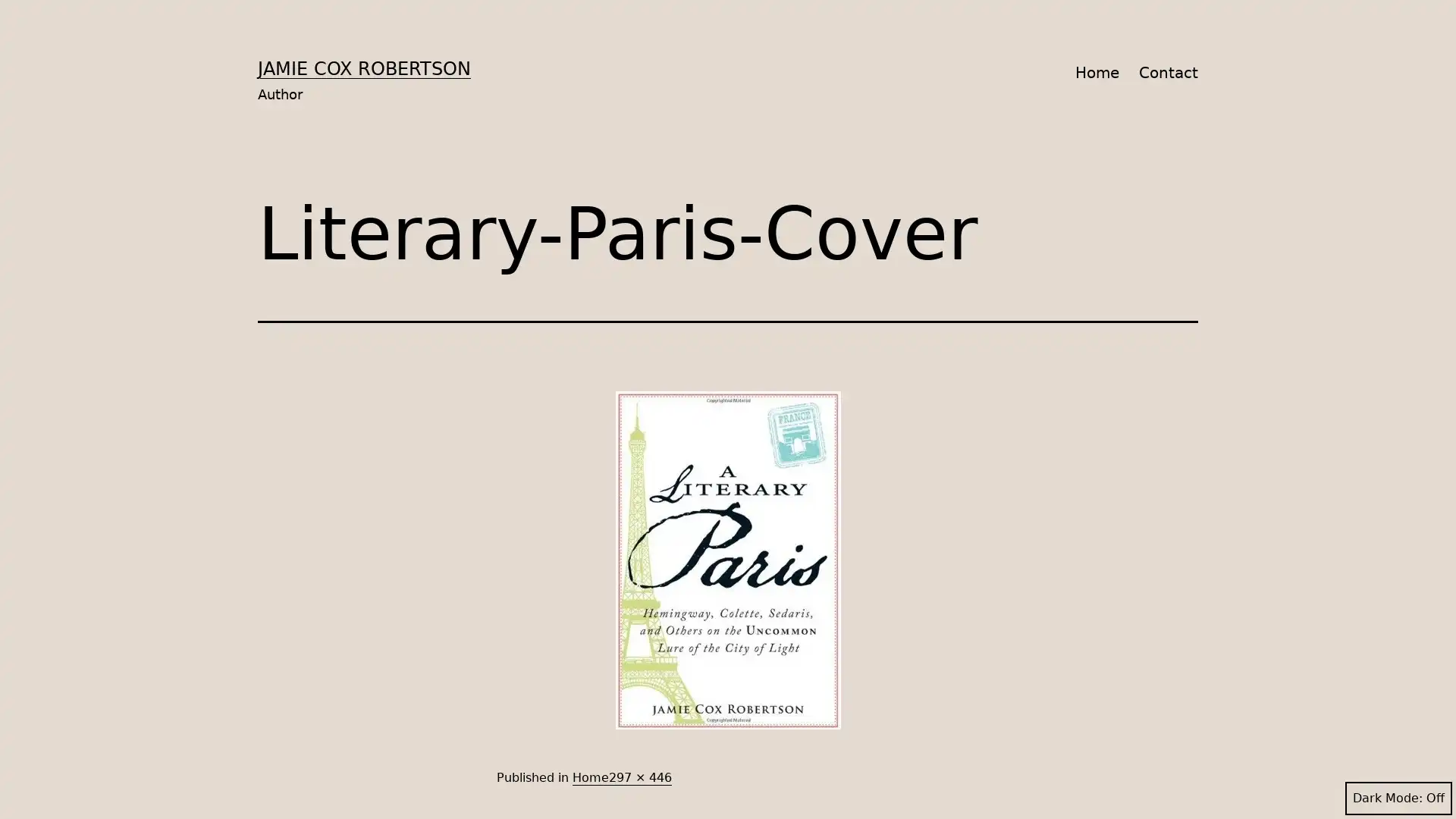 This screenshot has height=819, width=1456. Describe the element at coordinates (1398, 798) in the screenshot. I see `Dark Mode:` at that location.